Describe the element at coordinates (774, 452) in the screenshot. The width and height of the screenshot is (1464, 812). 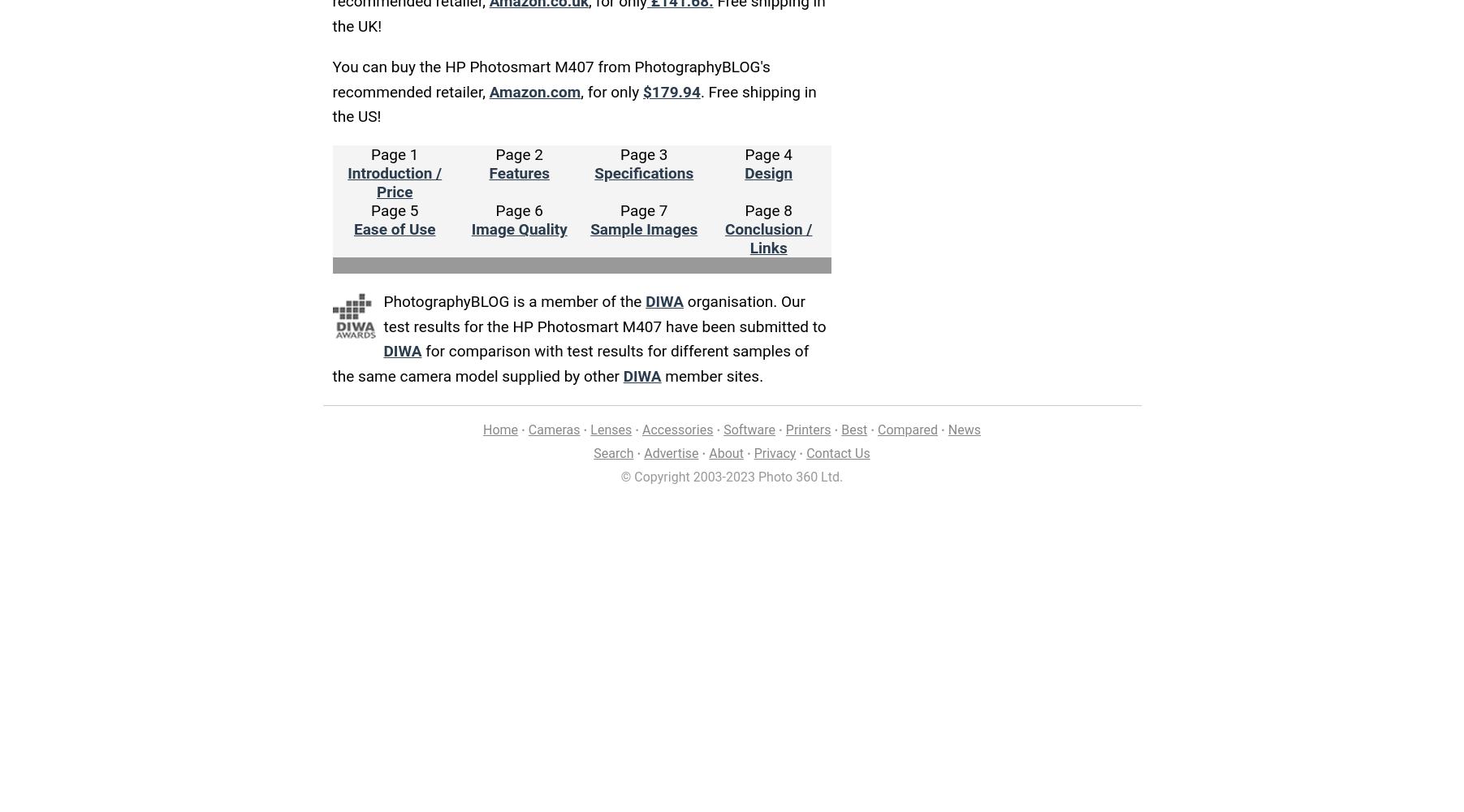
I see `'Privacy'` at that location.